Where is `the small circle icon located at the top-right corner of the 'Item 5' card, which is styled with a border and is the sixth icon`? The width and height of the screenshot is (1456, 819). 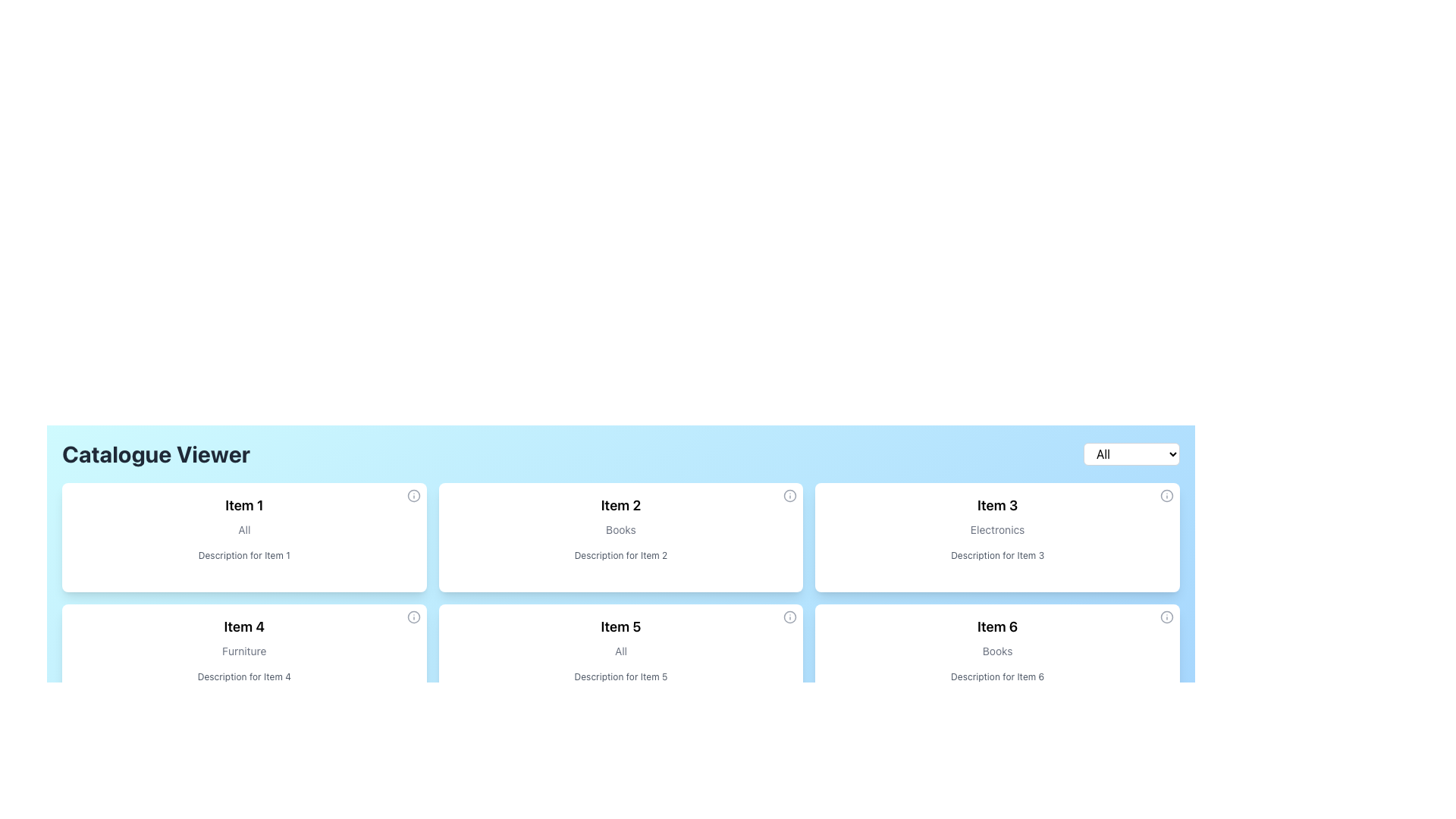 the small circle icon located at the top-right corner of the 'Item 5' card, which is styled with a border and is the sixth icon is located at coordinates (789, 617).